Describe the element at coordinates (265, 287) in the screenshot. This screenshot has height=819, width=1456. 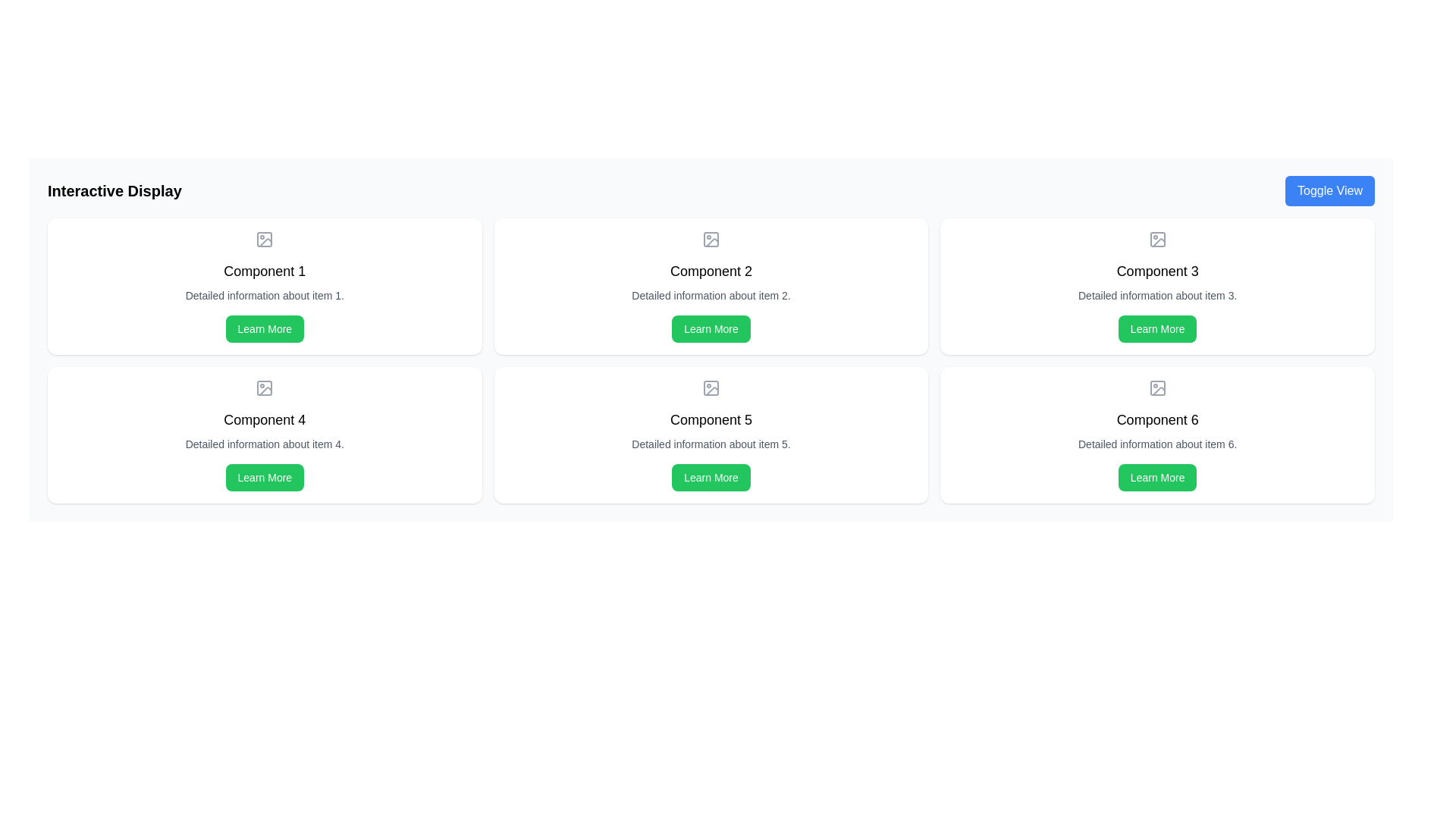
I see `description of the first card in the grid display that summarizes information about an item` at that location.